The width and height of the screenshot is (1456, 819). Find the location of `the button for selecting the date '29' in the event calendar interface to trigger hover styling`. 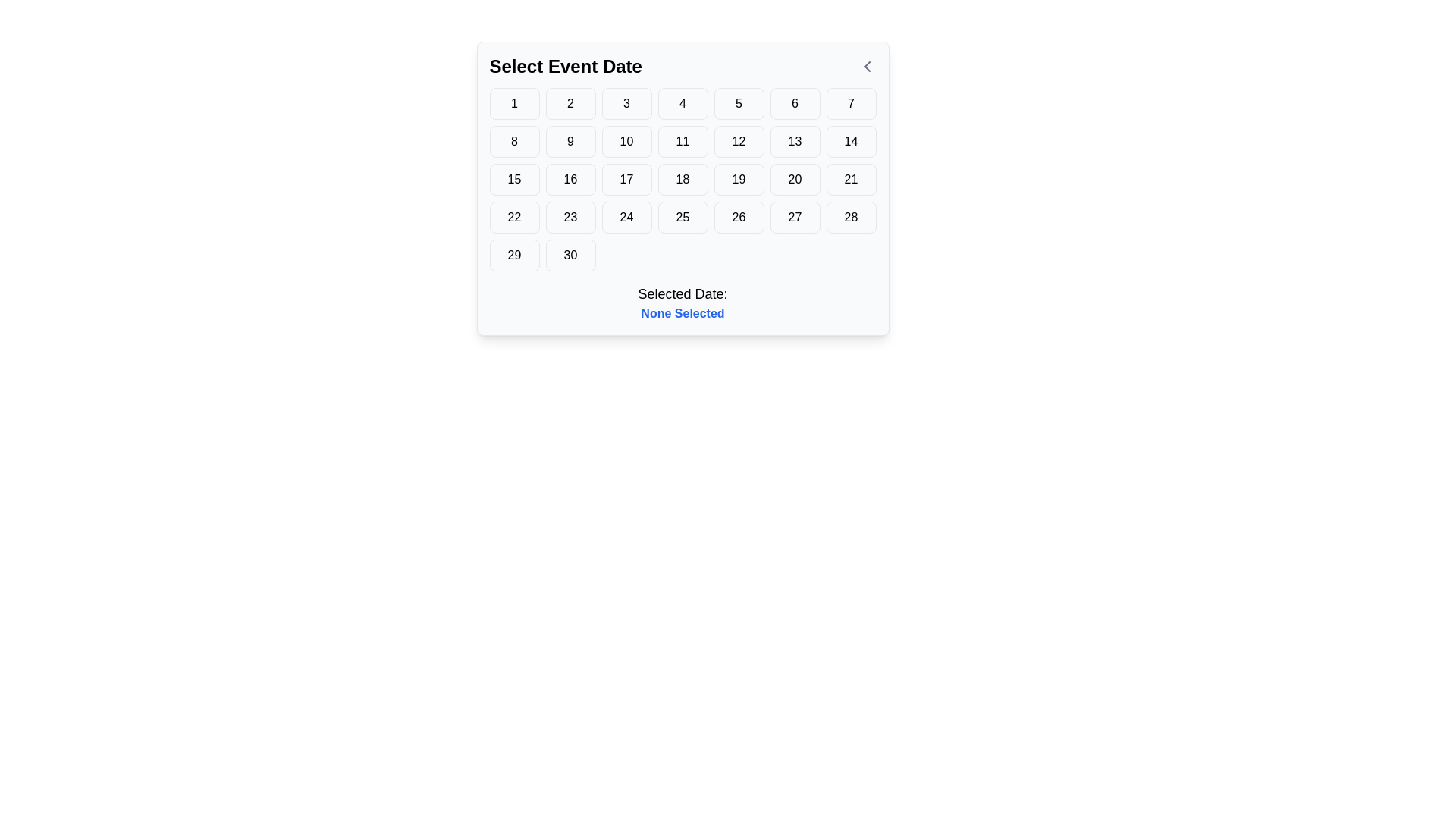

the button for selecting the date '29' in the event calendar interface to trigger hover styling is located at coordinates (514, 254).